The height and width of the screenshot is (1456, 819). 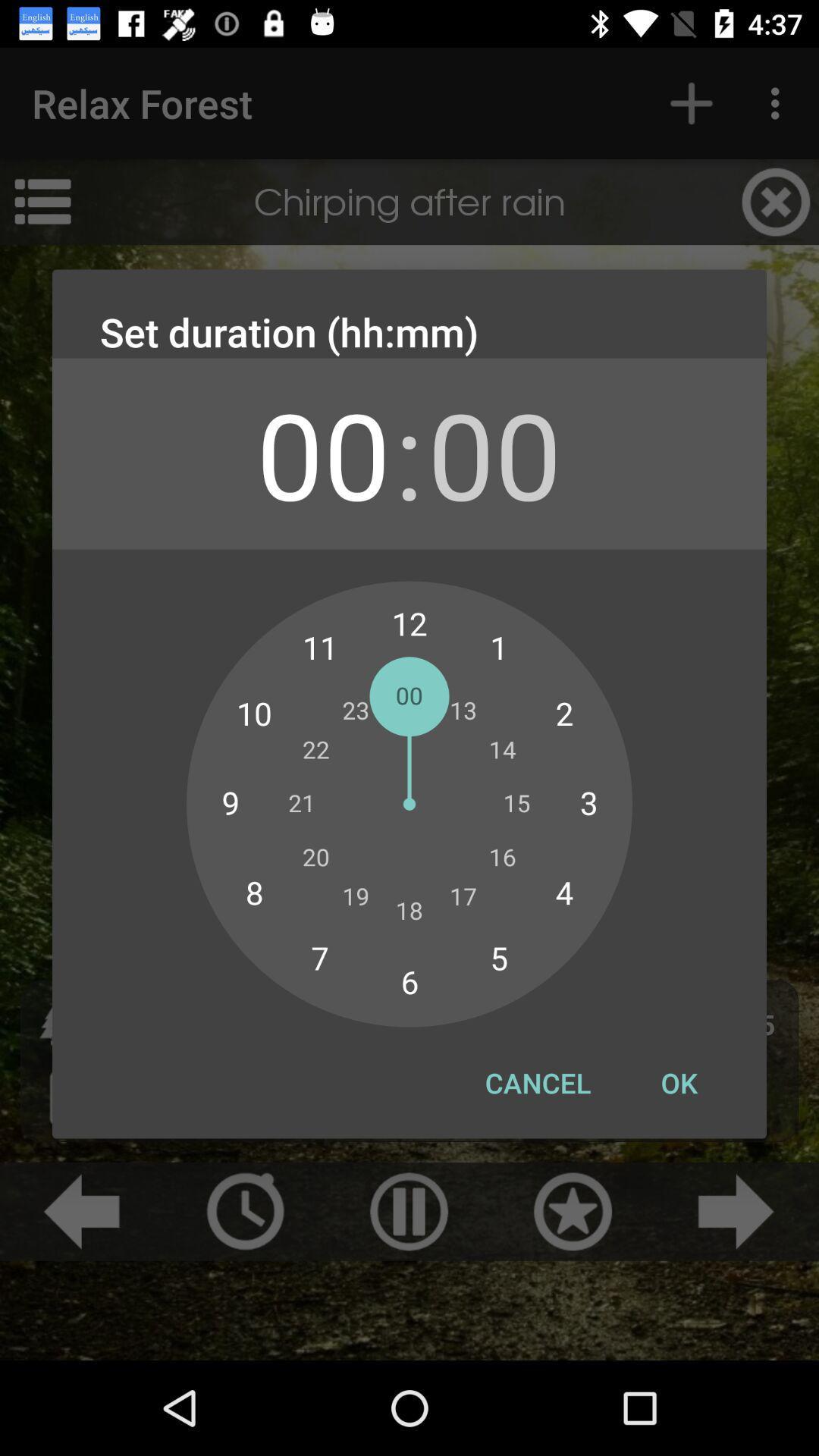 I want to click on button next to ok item, so click(x=537, y=1082).